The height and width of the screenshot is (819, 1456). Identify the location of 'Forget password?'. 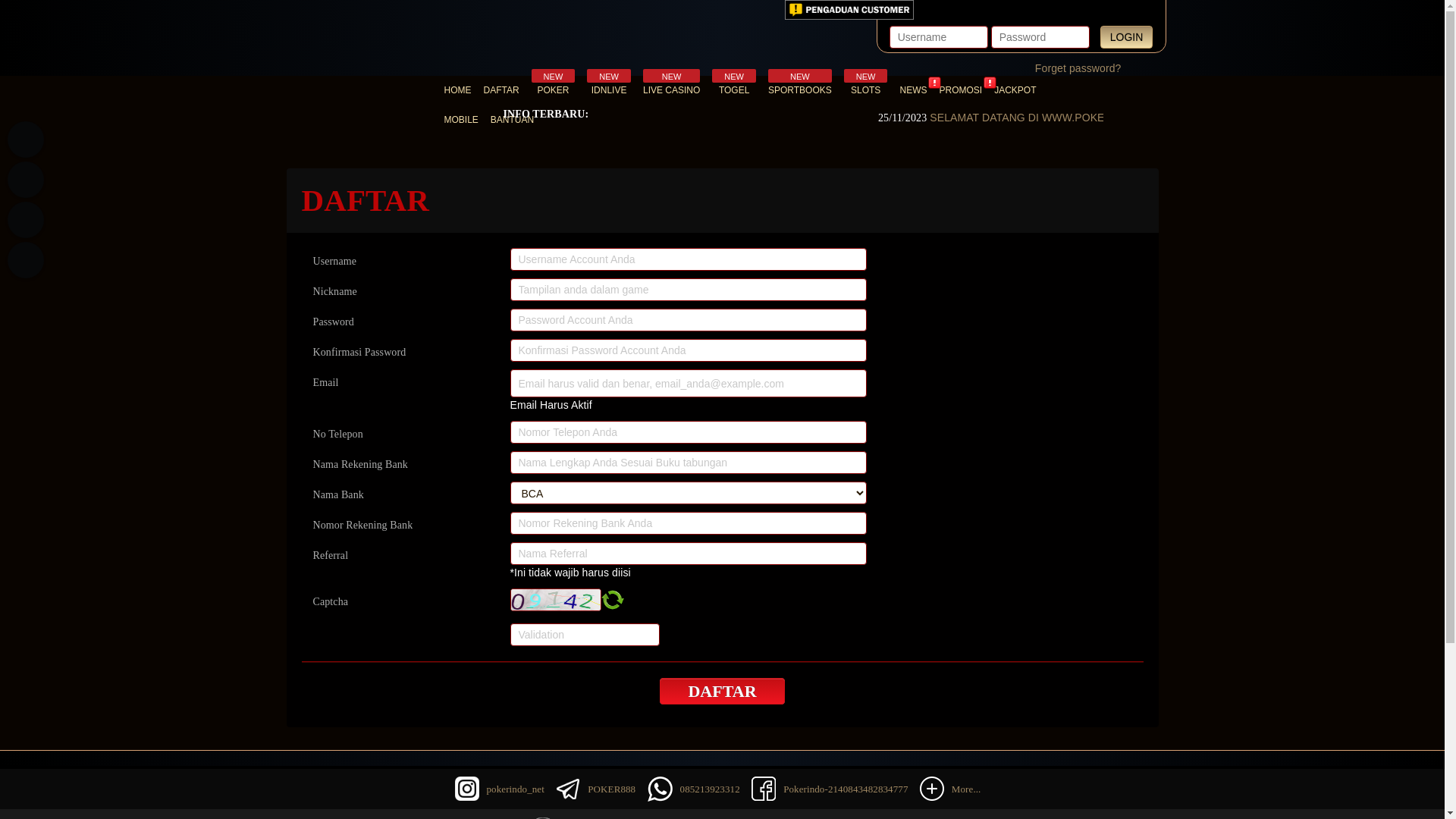
(1034, 67).